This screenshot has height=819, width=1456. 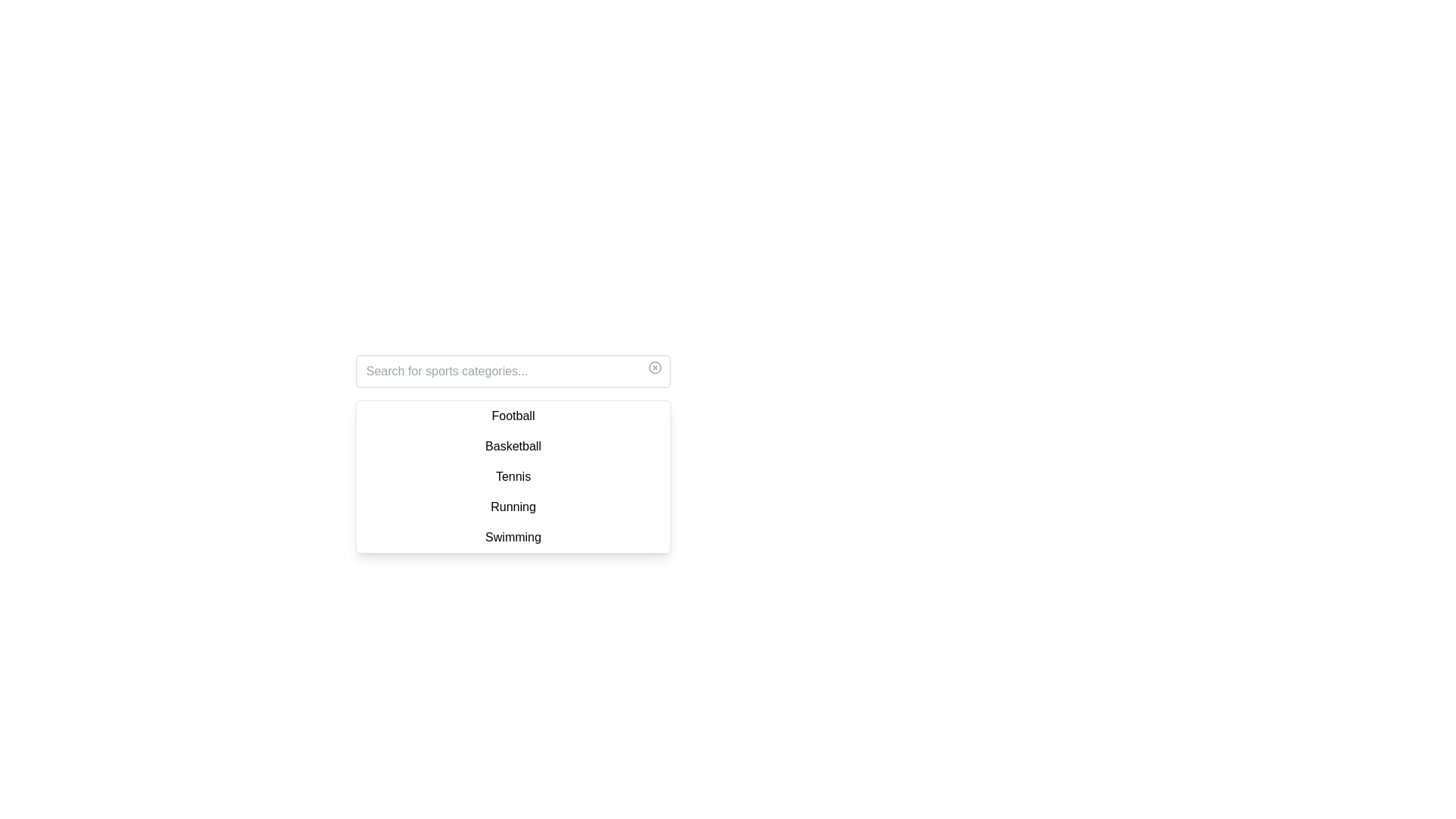 I want to click on the second selectable list item labeled 'Basketball' in the vertical sports categories list, so click(x=513, y=446).